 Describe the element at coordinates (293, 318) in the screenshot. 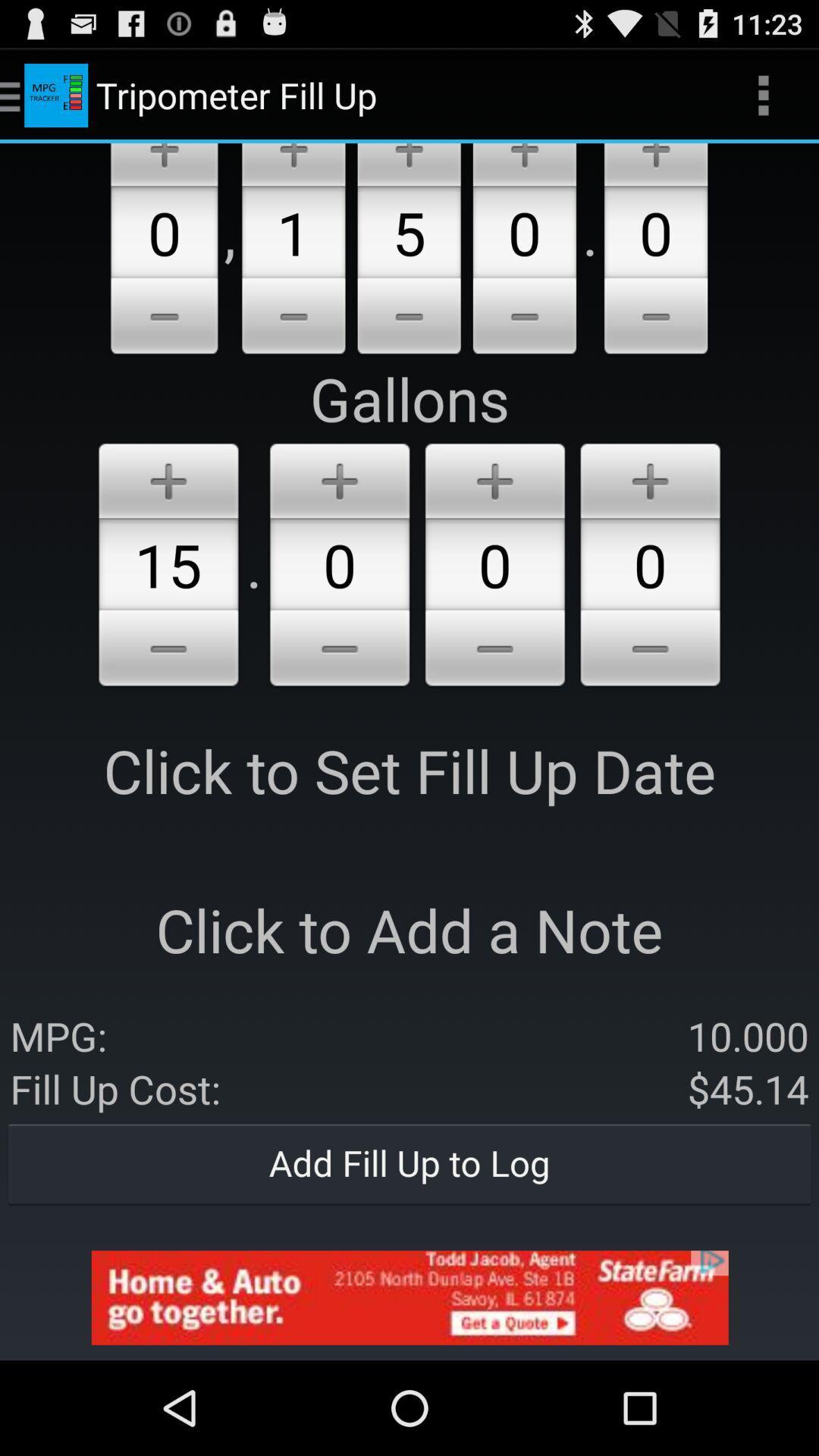

I see `subtract 1 from number above` at that location.